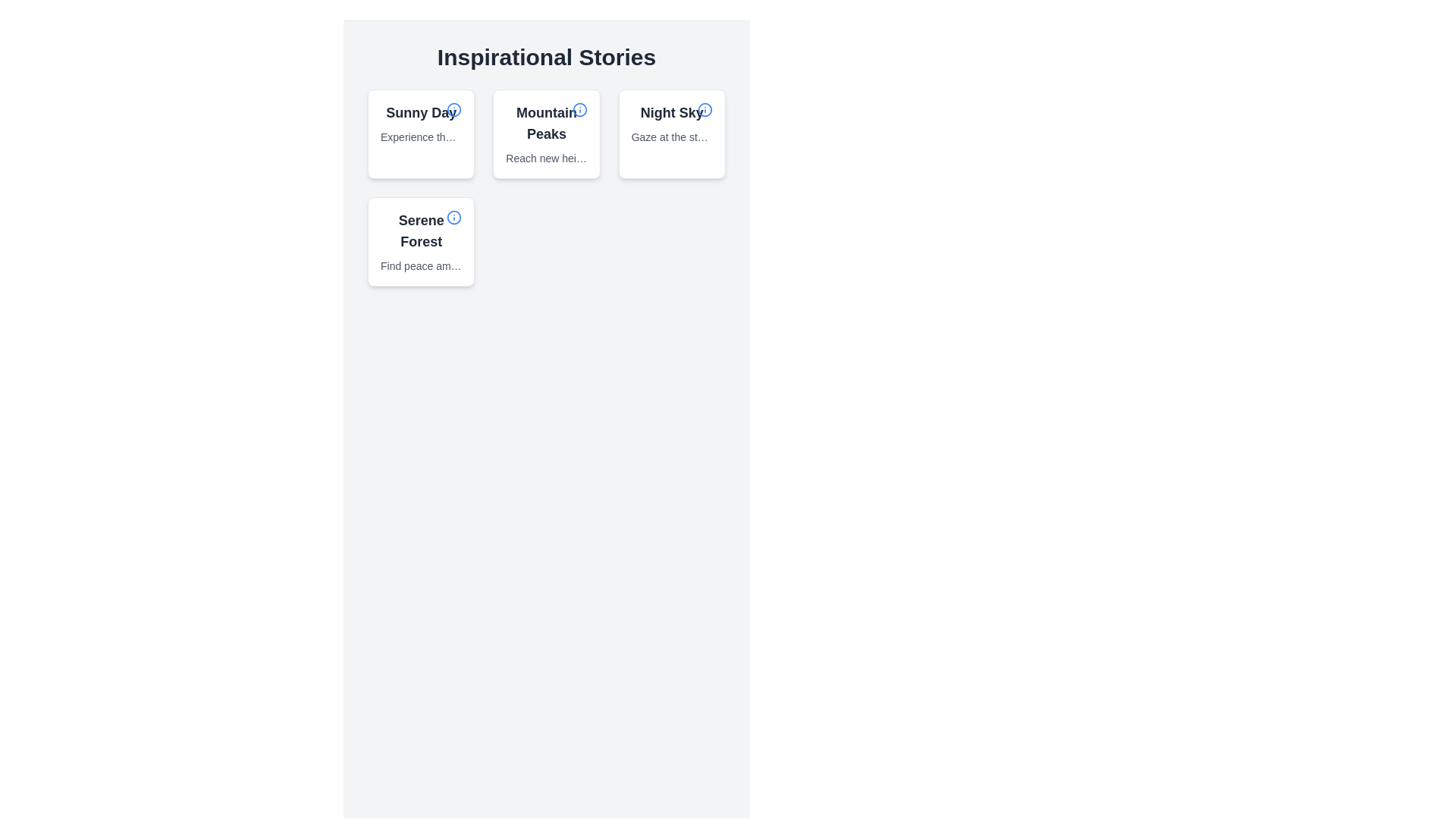  What do you see at coordinates (421, 112) in the screenshot?
I see `the bold text label reading 'Sunny Day' which is styled with a larger font size and dark gray color, located in the leftmost card under the heading 'Inspirational Stories'` at bounding box center [421, 112].